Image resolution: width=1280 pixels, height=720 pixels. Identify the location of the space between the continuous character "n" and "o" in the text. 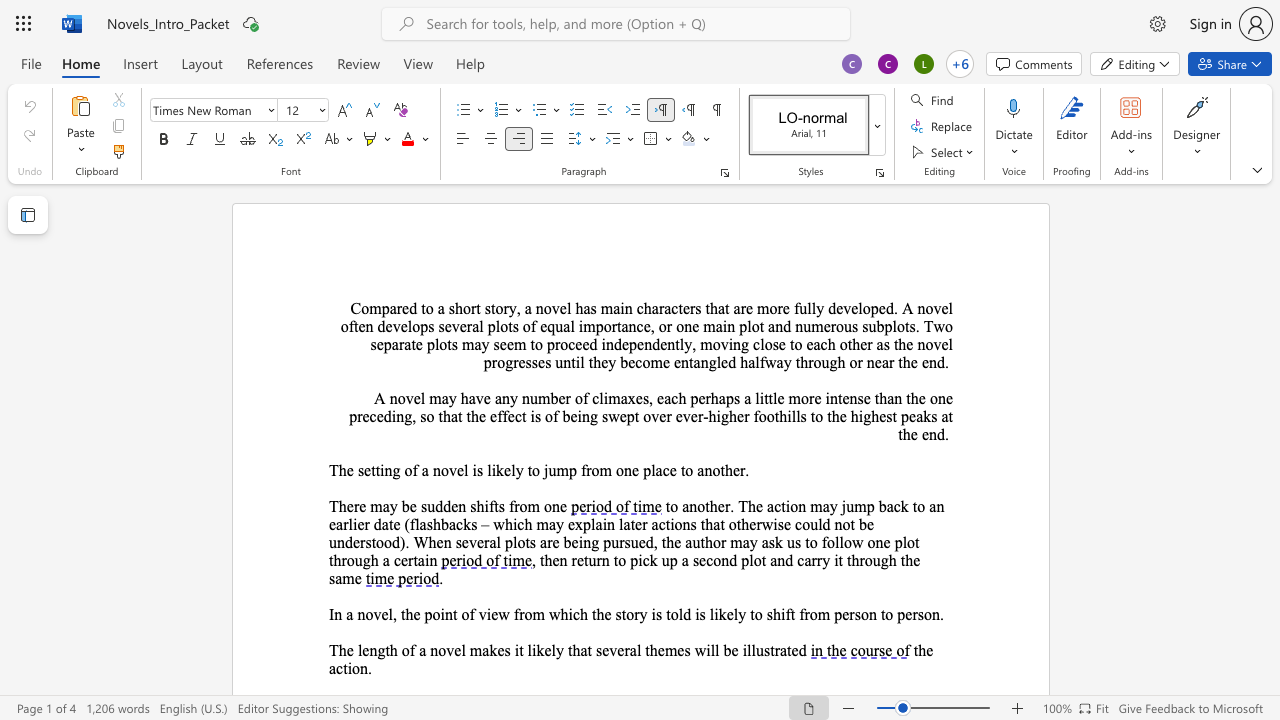
(397, 398).